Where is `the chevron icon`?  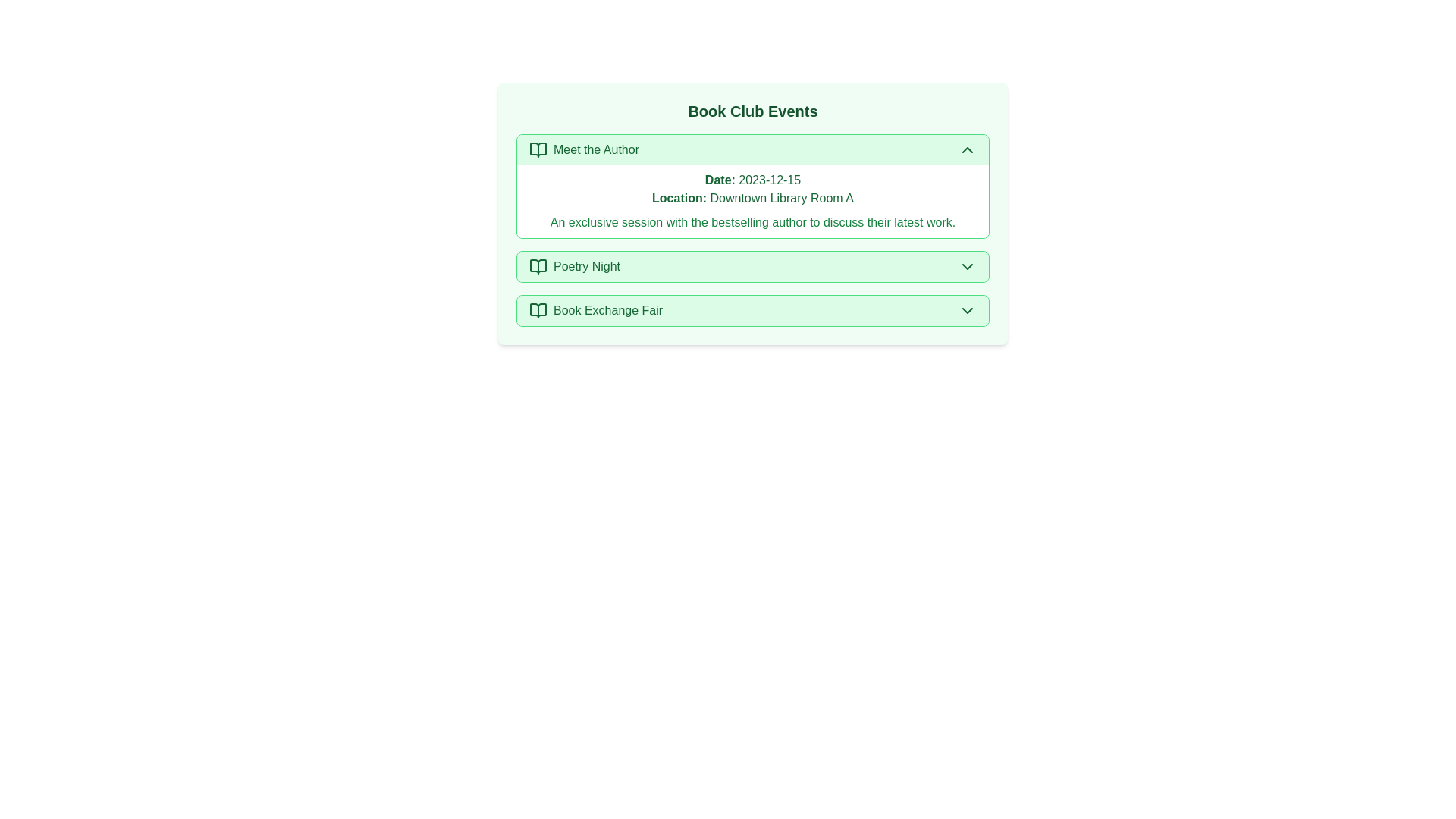
the chevron icon is located at coordinates (967, 149).